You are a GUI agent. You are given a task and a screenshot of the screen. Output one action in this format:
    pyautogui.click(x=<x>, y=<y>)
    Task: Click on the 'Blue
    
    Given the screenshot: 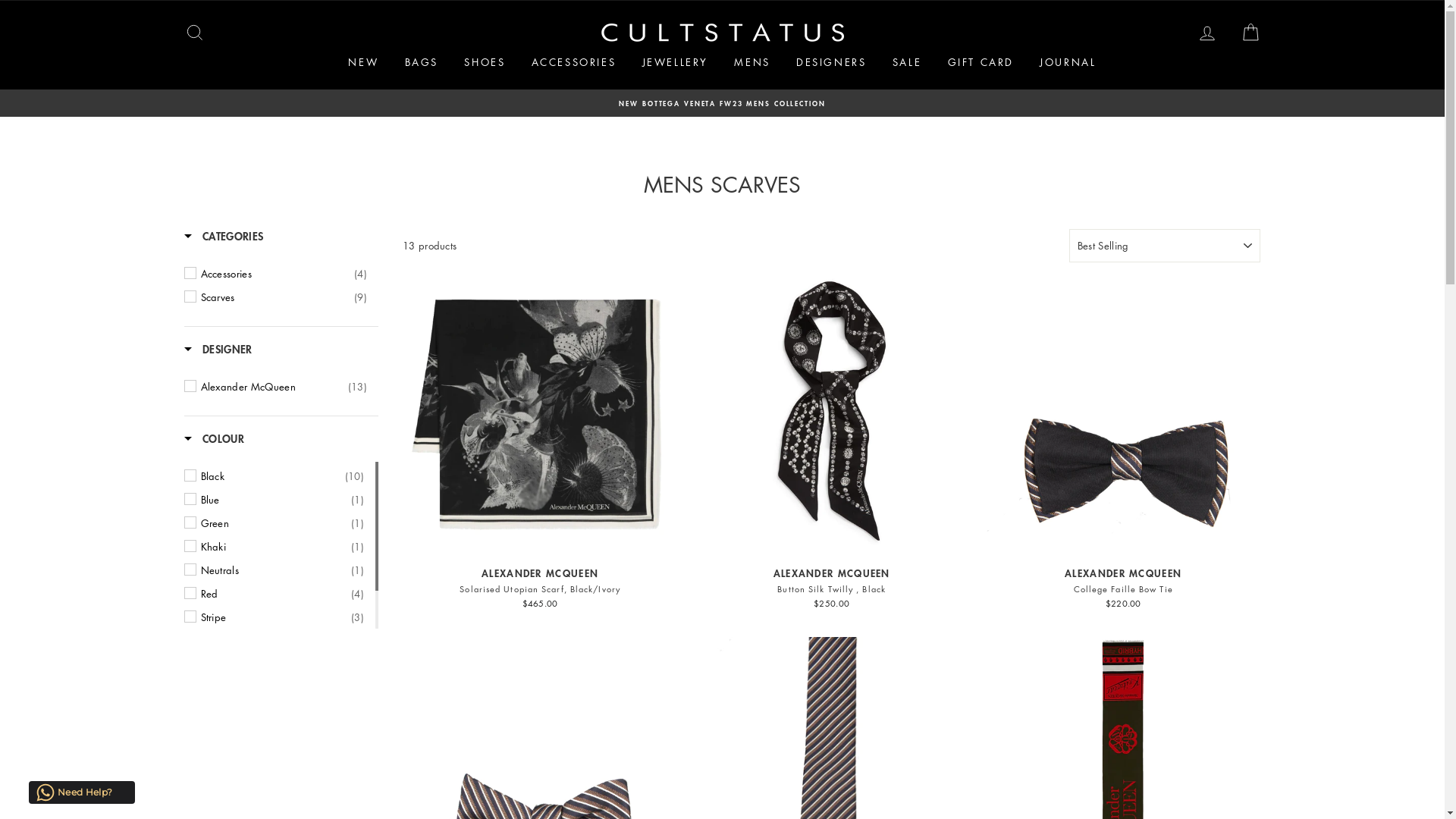 What is the action you would take?
    pyautogui.click(x=281, y=500)
    